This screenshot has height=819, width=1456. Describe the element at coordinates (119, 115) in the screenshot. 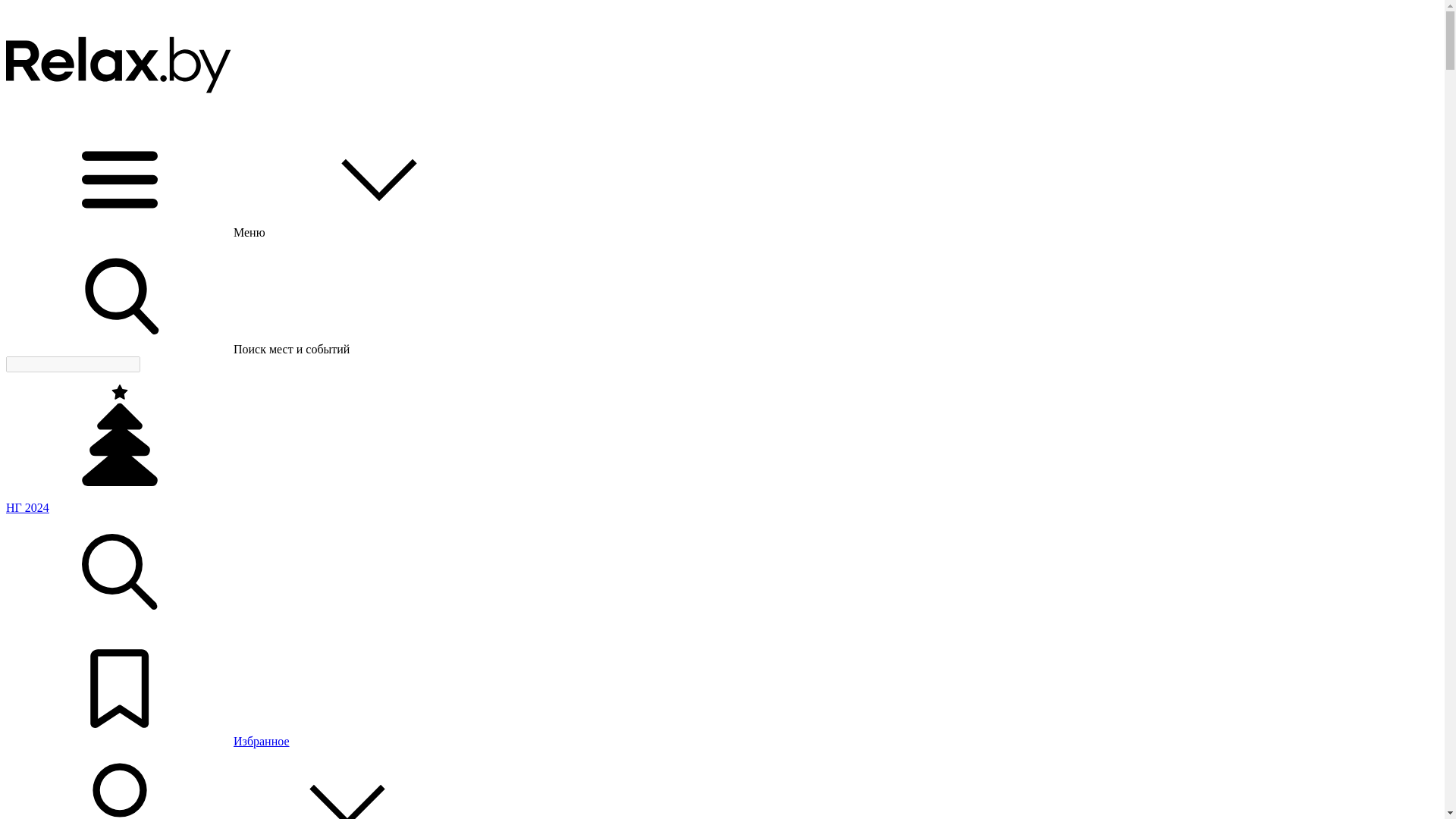

I see `'logo'` at that location.